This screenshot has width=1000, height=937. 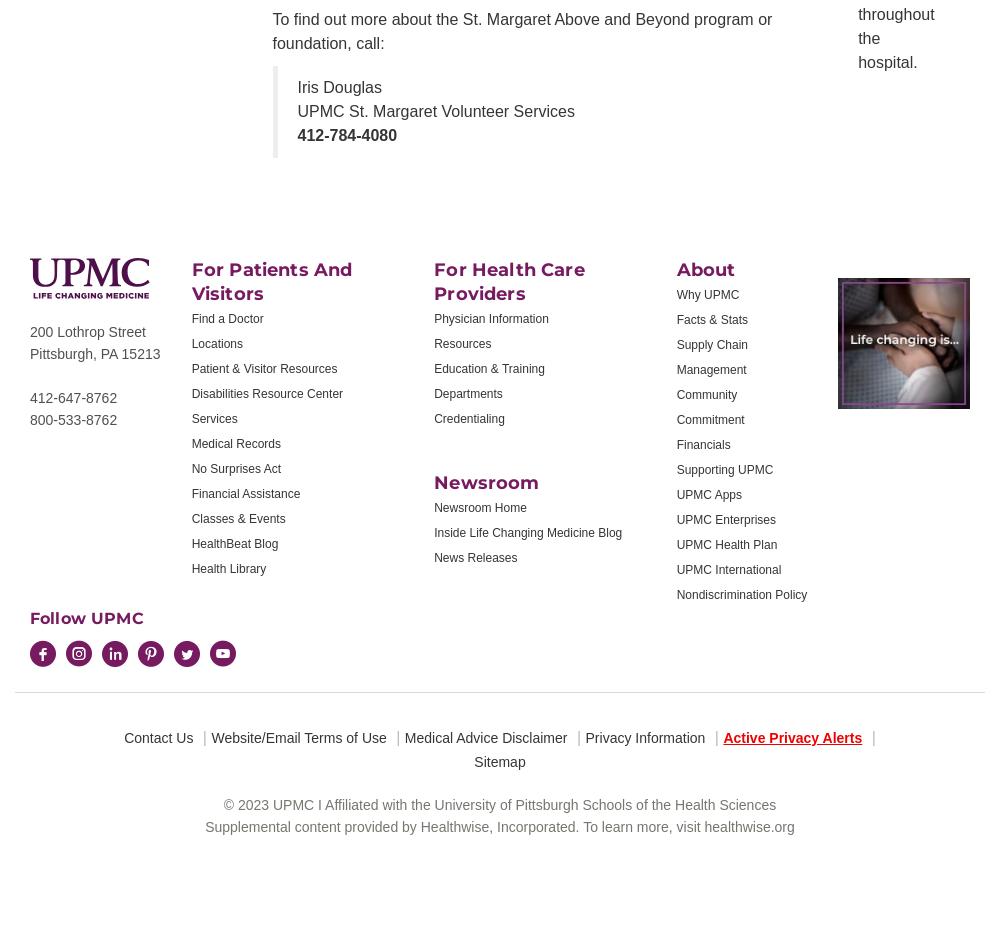 I want to click on 'Financial Assistance', so click(x=244, y=493).